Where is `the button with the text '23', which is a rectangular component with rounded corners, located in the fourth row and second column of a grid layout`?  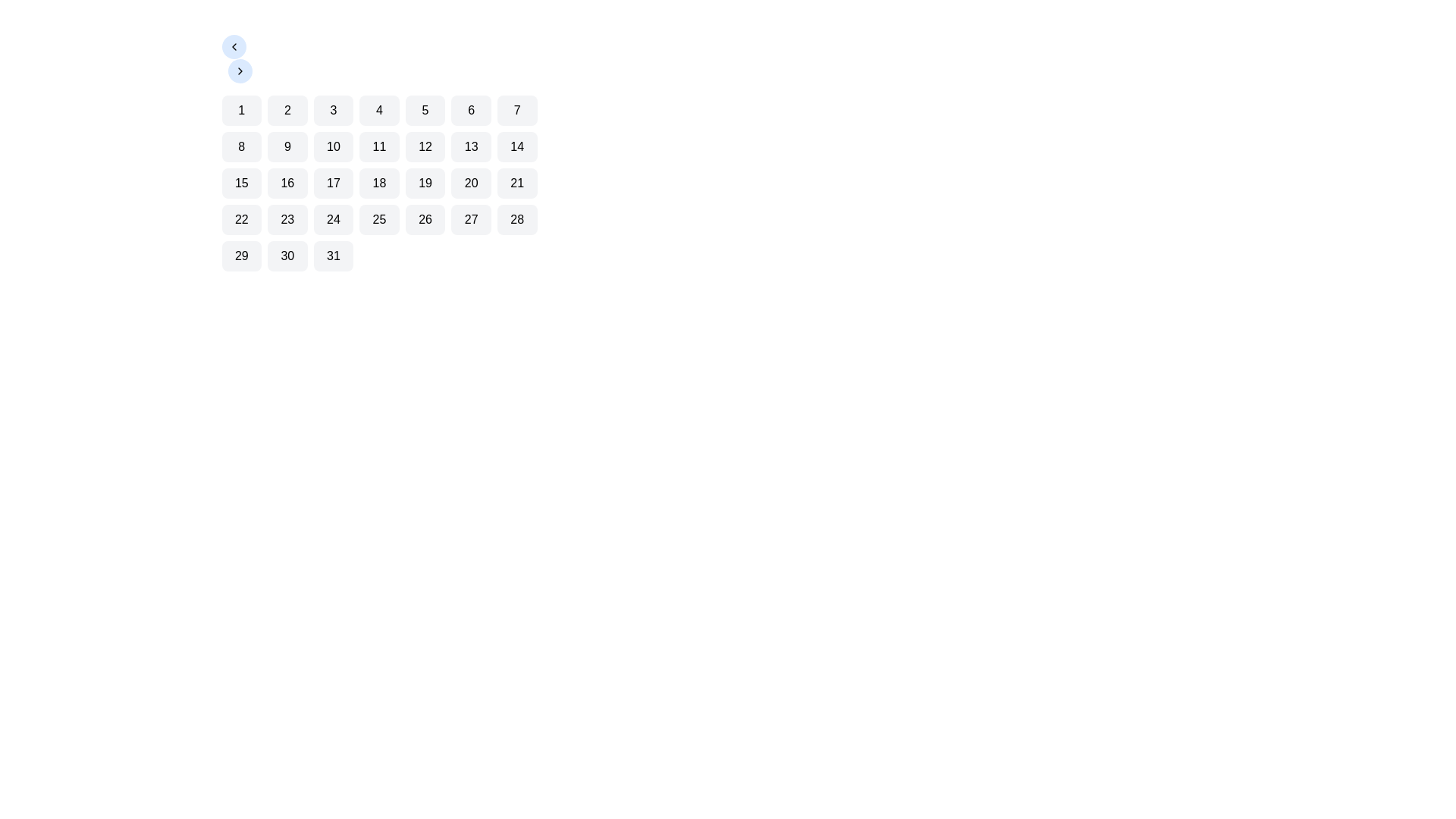
the button with the text '23', which is a rectangular component with rounded corners, located in the fourth row and second column of a grid layout is located at coordinates (287, 219).